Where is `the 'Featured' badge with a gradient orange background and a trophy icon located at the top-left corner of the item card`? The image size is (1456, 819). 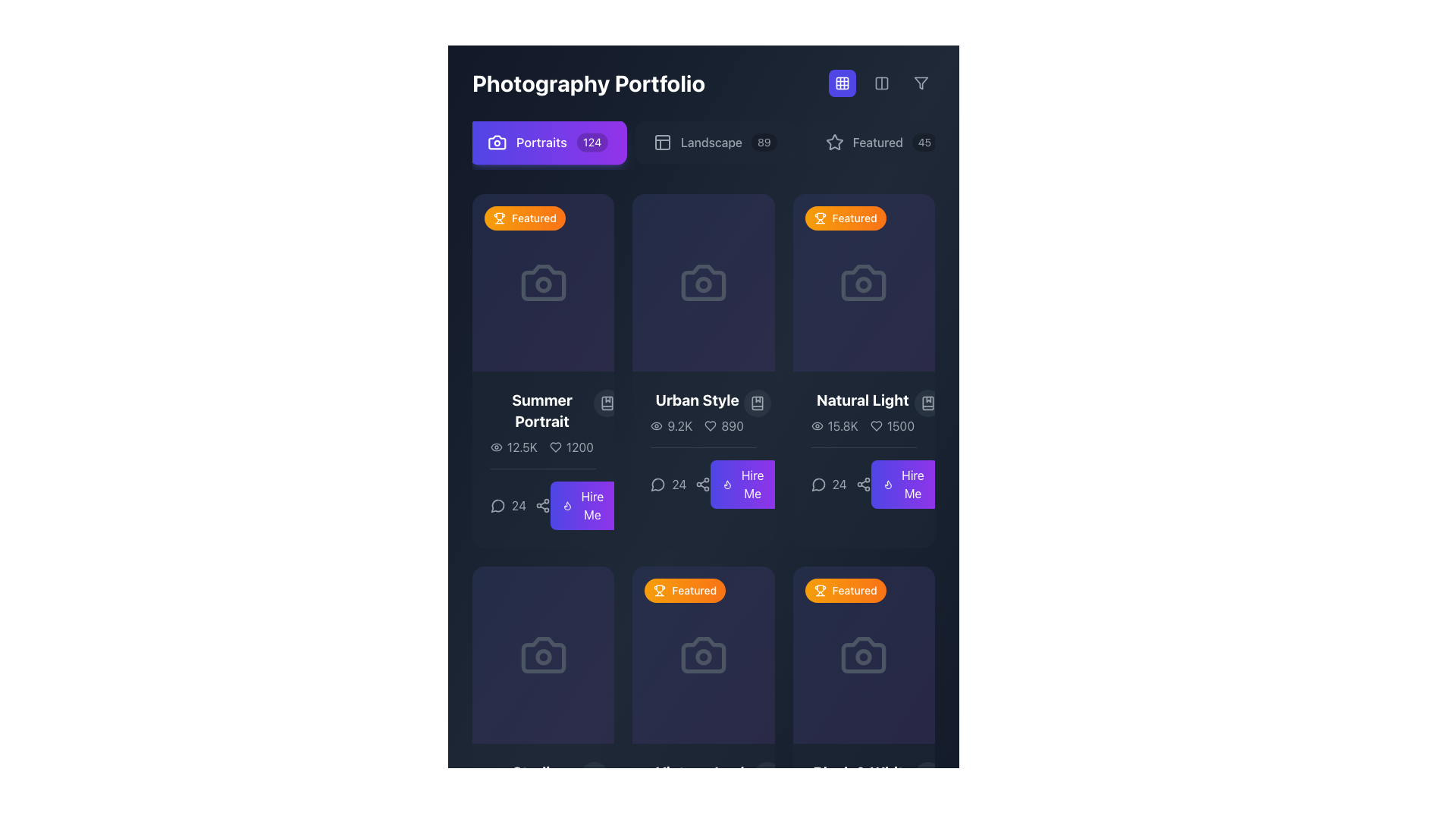 the 'Featured' badge with a gradient orange background and a trophy icon located at the top-left corner of the item card is located at coordinates (845, 218).